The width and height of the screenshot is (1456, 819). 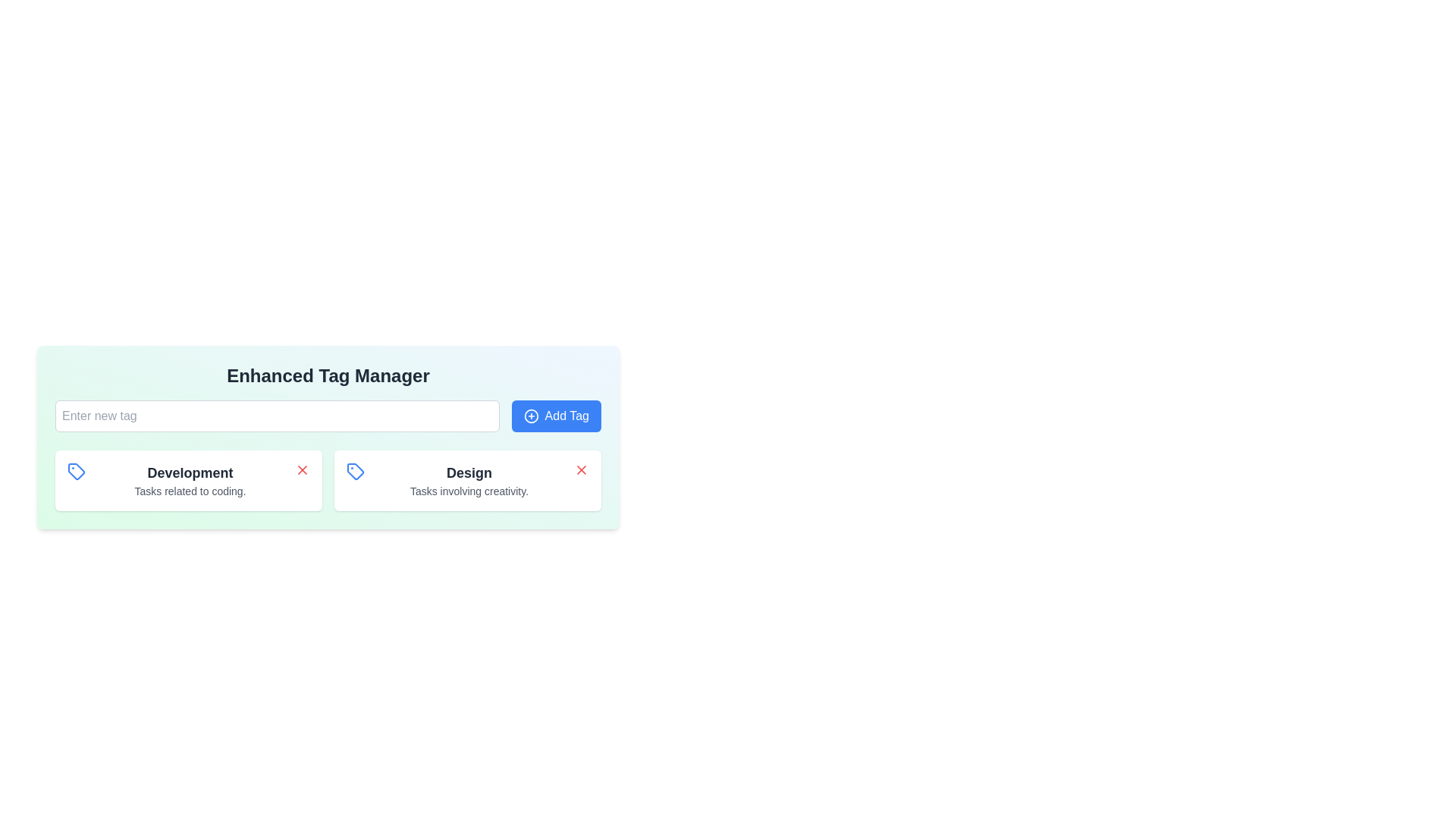 I want to click on the red 'X' icon located at the top-right corner of the second card to initiate a remove/delete action, so click(x=581, y=469).